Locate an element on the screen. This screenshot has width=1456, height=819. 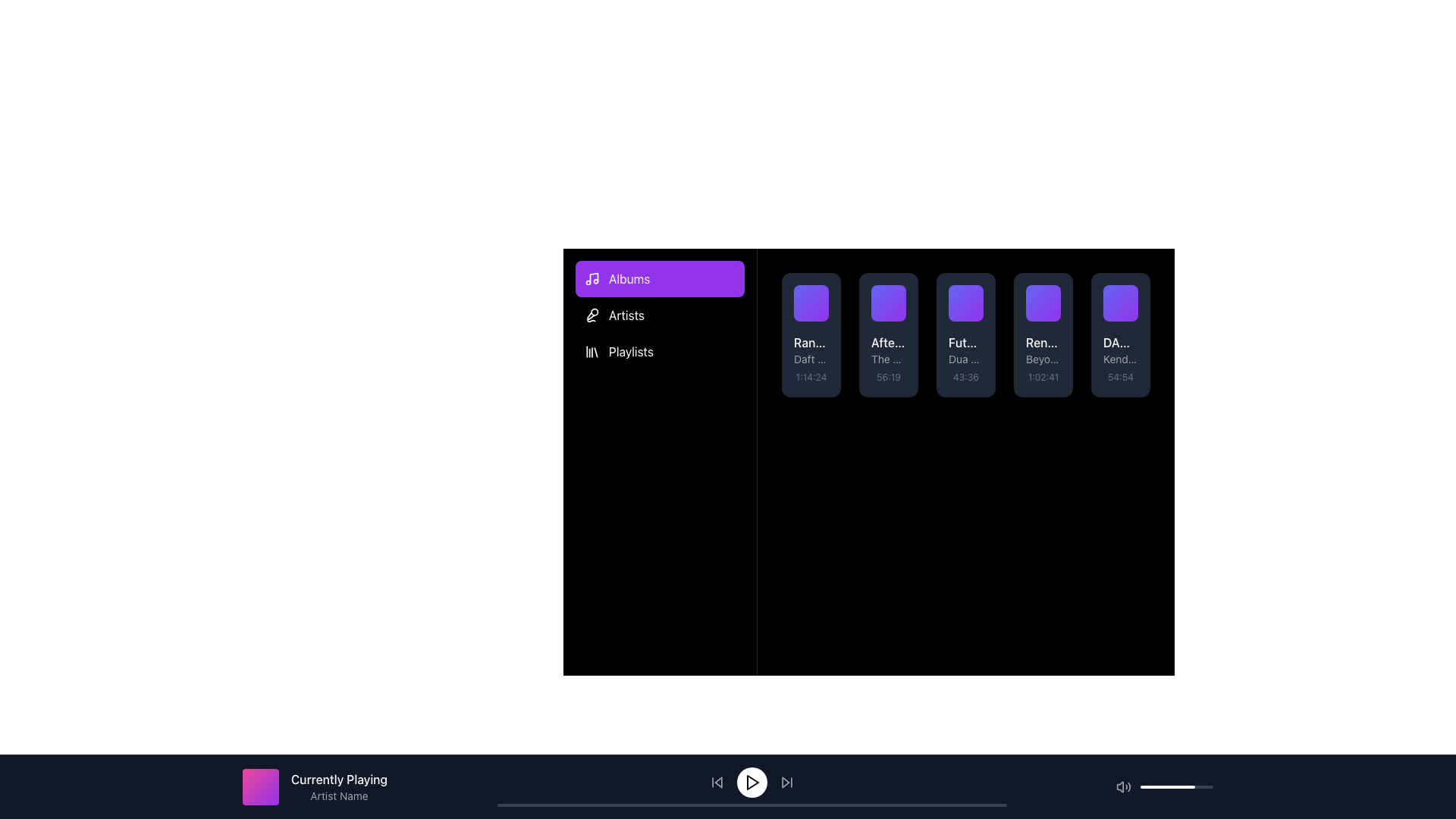
displayed information from the Informational Panel which shows 'Currently Playing' and 'Artist Name' in a visually distinct layout with a gradient background is located at coordinates (314, 786).